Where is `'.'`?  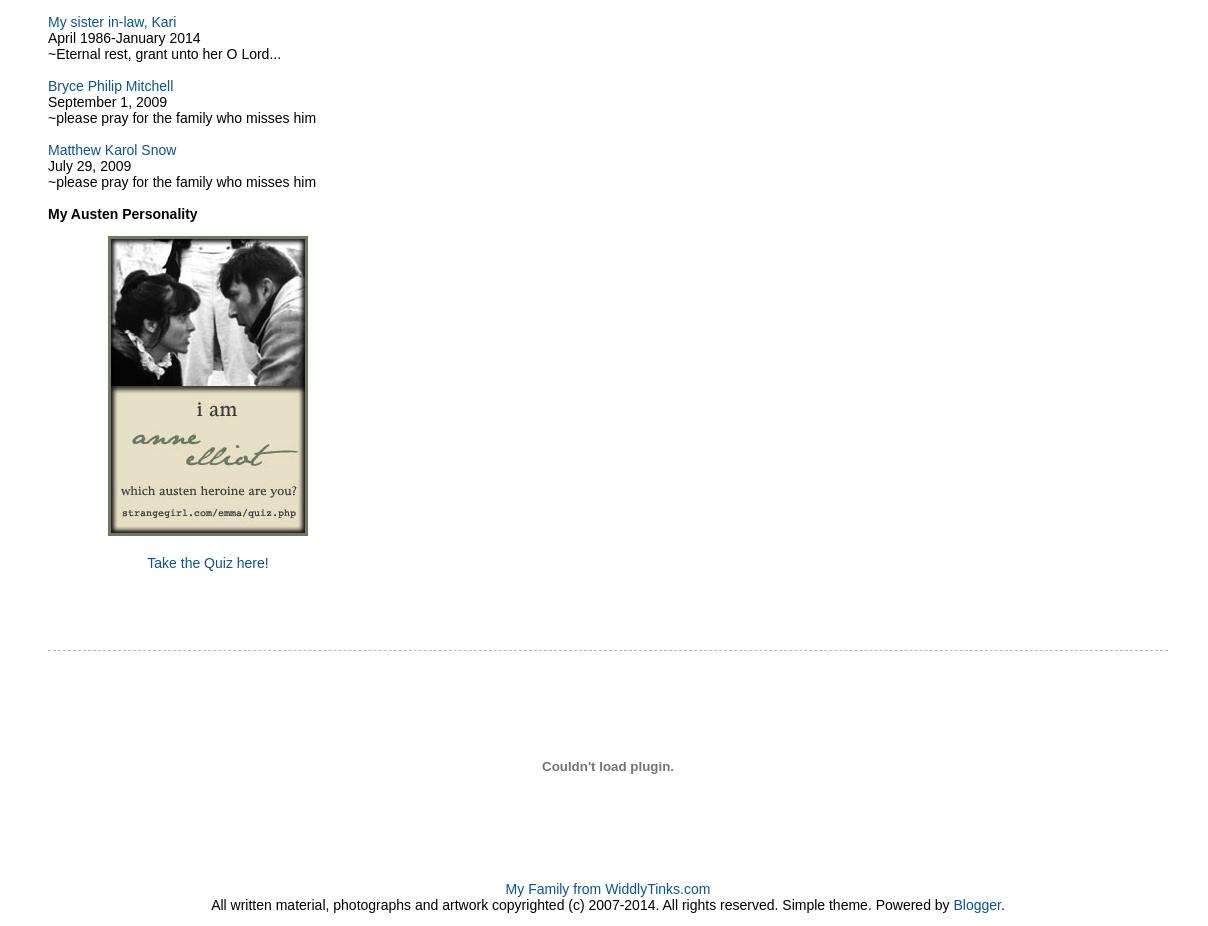 '.' is located at coordinates (1001, 904).